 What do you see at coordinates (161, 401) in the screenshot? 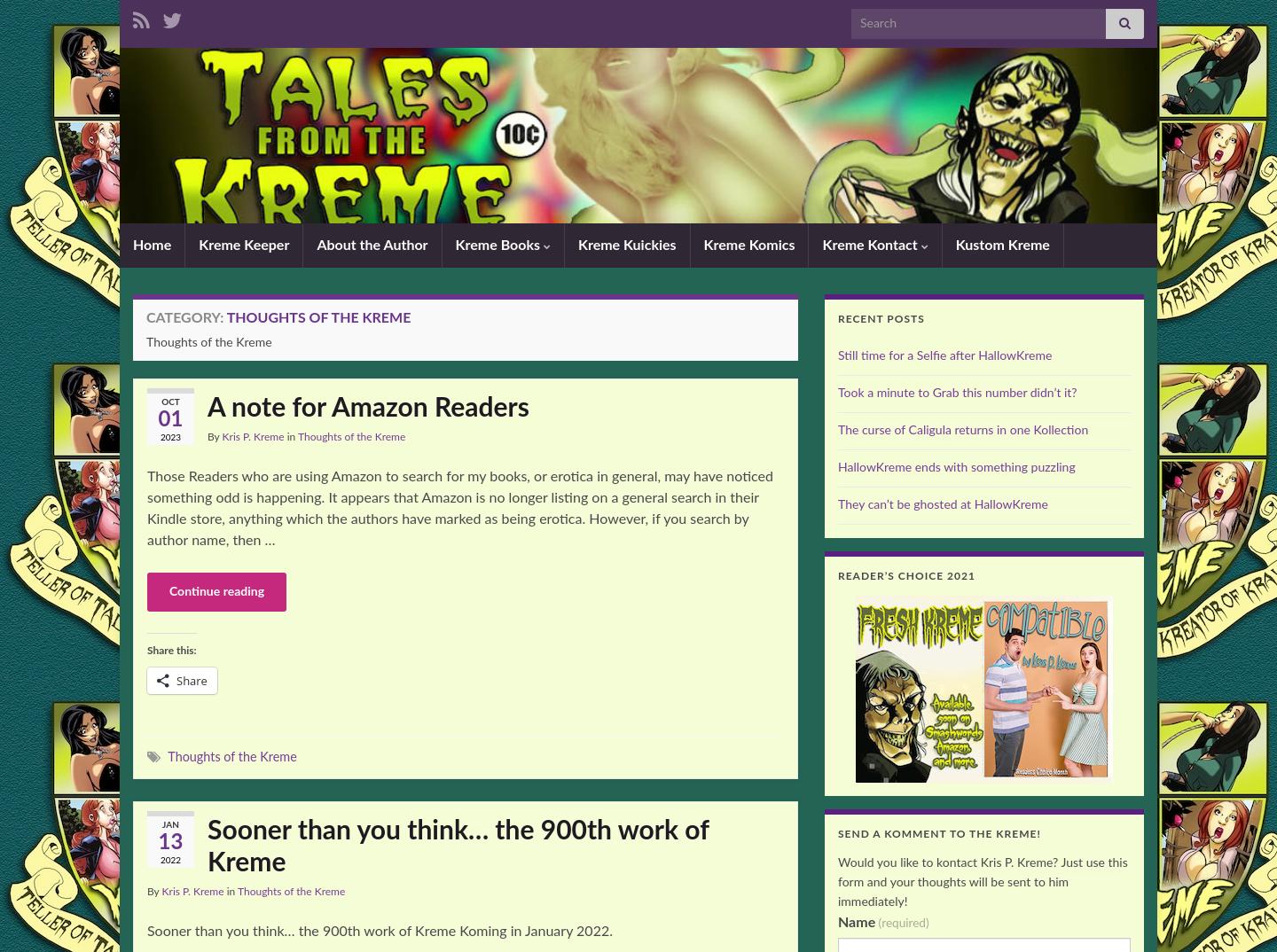
I see `'Oct'` at bounding box center [161, 401].